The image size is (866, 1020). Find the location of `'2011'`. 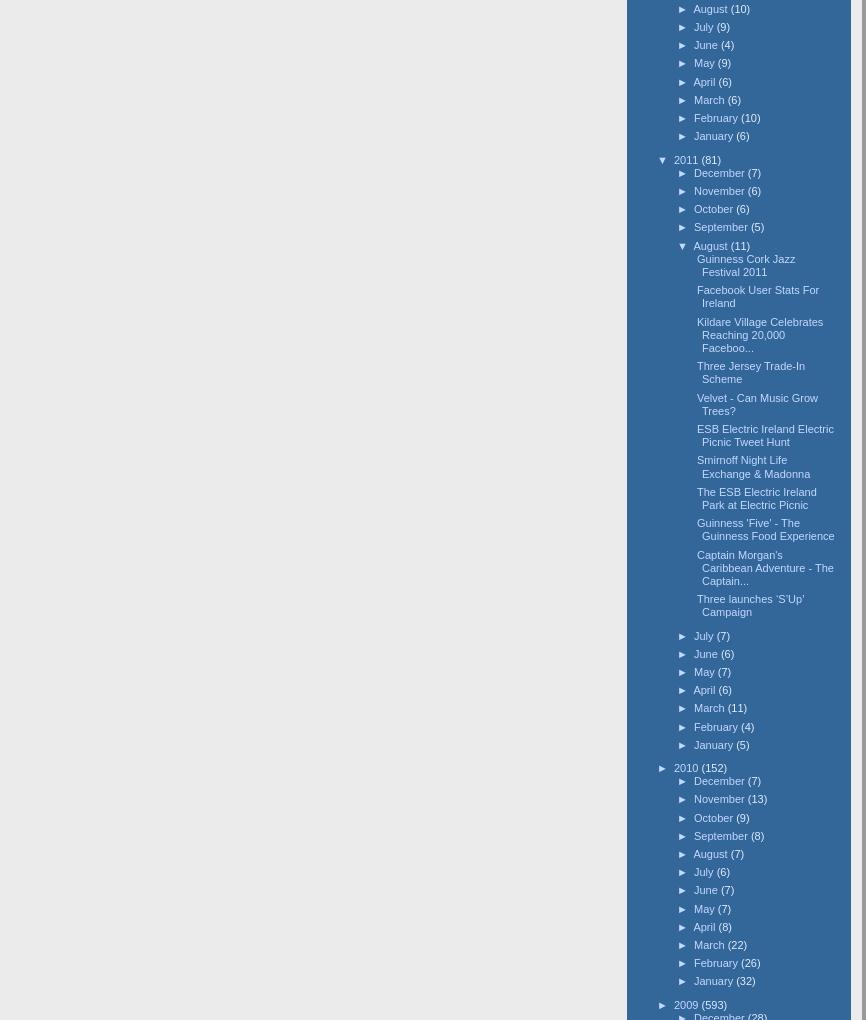

'2011' is located at coordinates (686, 159).